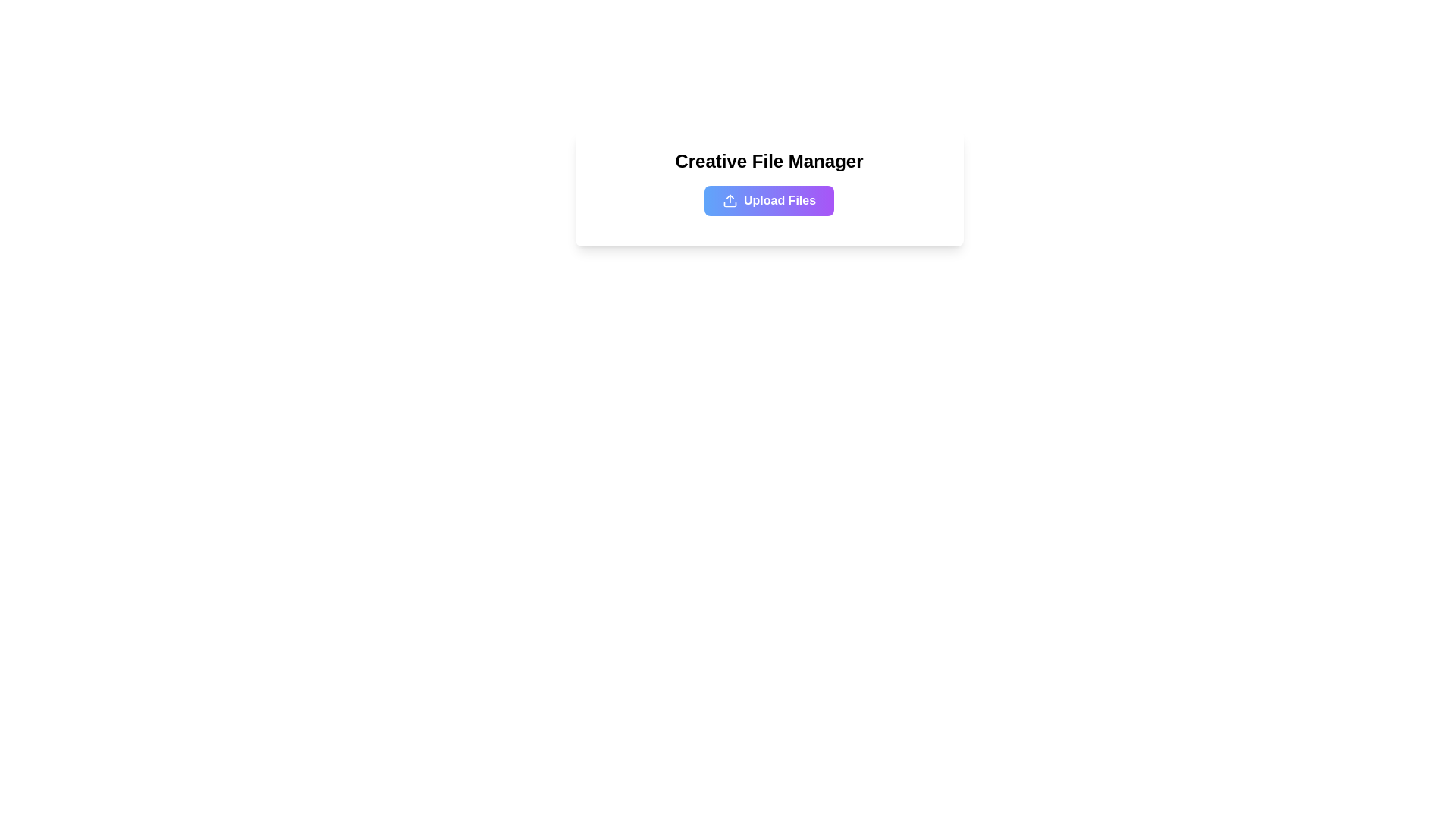 The height and width of the screenshot is (819, 1456). What do you see at coordinates (769, 200) in the screenshot?
I see `the button located below the title 'Creative File Manager' to change its gradient style` at bounding box center [769, 200].